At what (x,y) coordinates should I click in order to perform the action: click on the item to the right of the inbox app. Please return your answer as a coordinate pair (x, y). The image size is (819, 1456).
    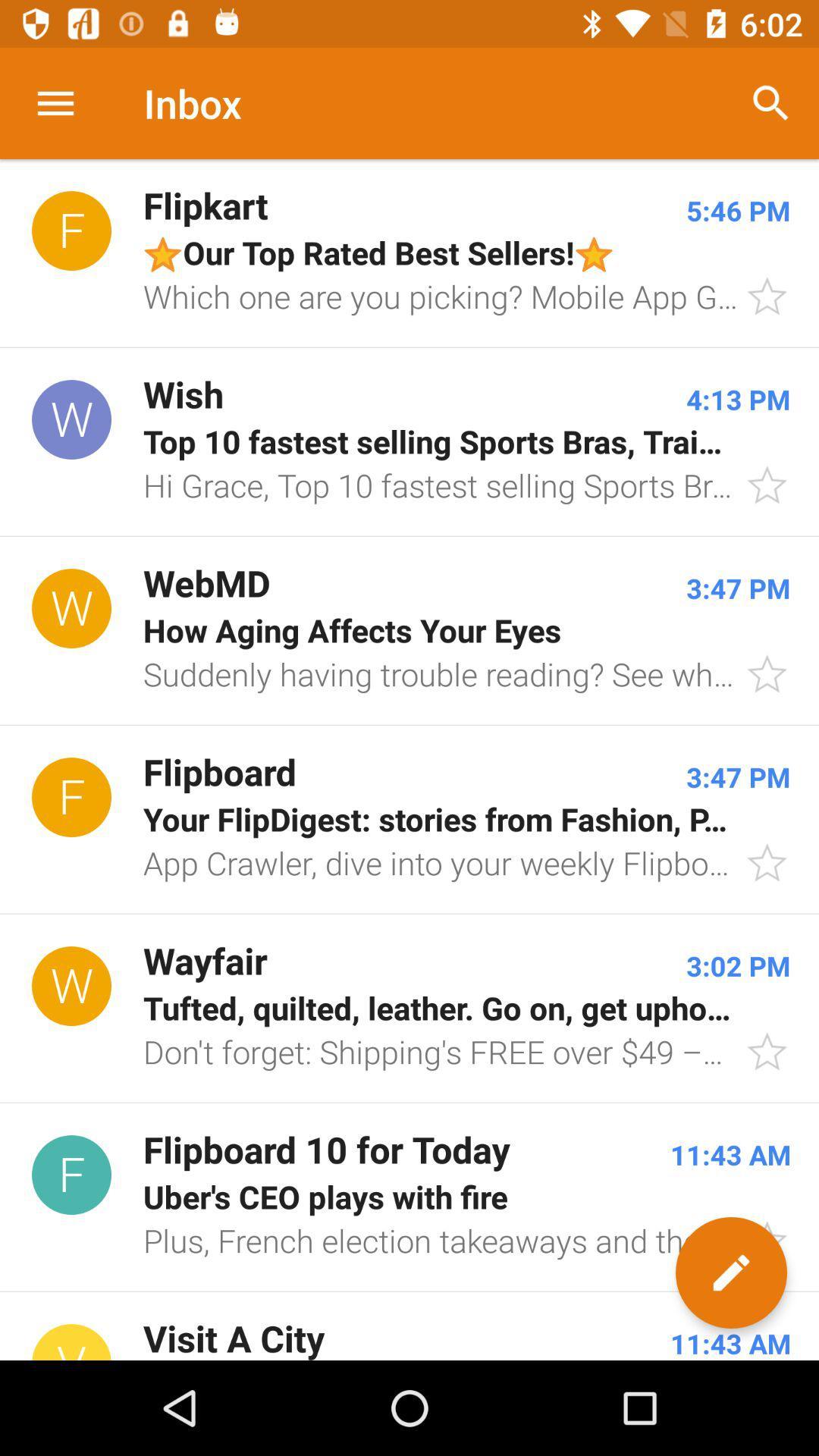
    Looking at the image, I should click on (771, 102).